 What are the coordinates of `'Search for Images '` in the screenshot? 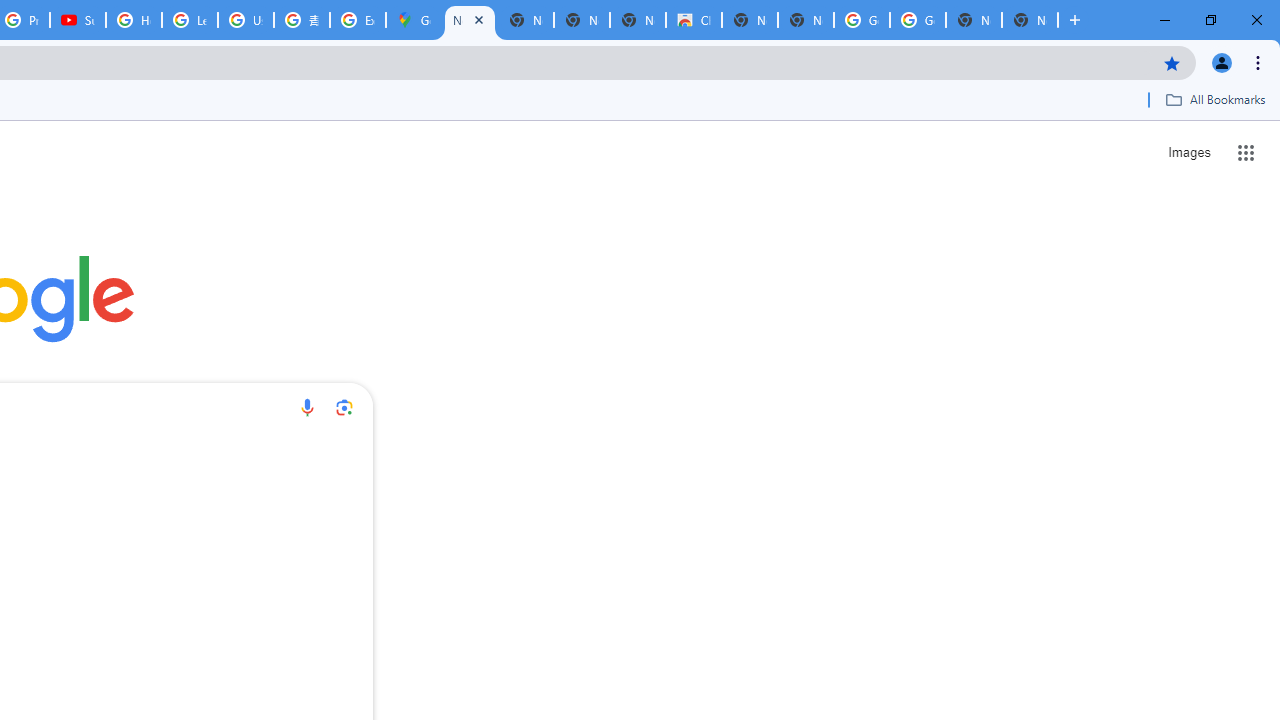 It's located at (1189, 152).